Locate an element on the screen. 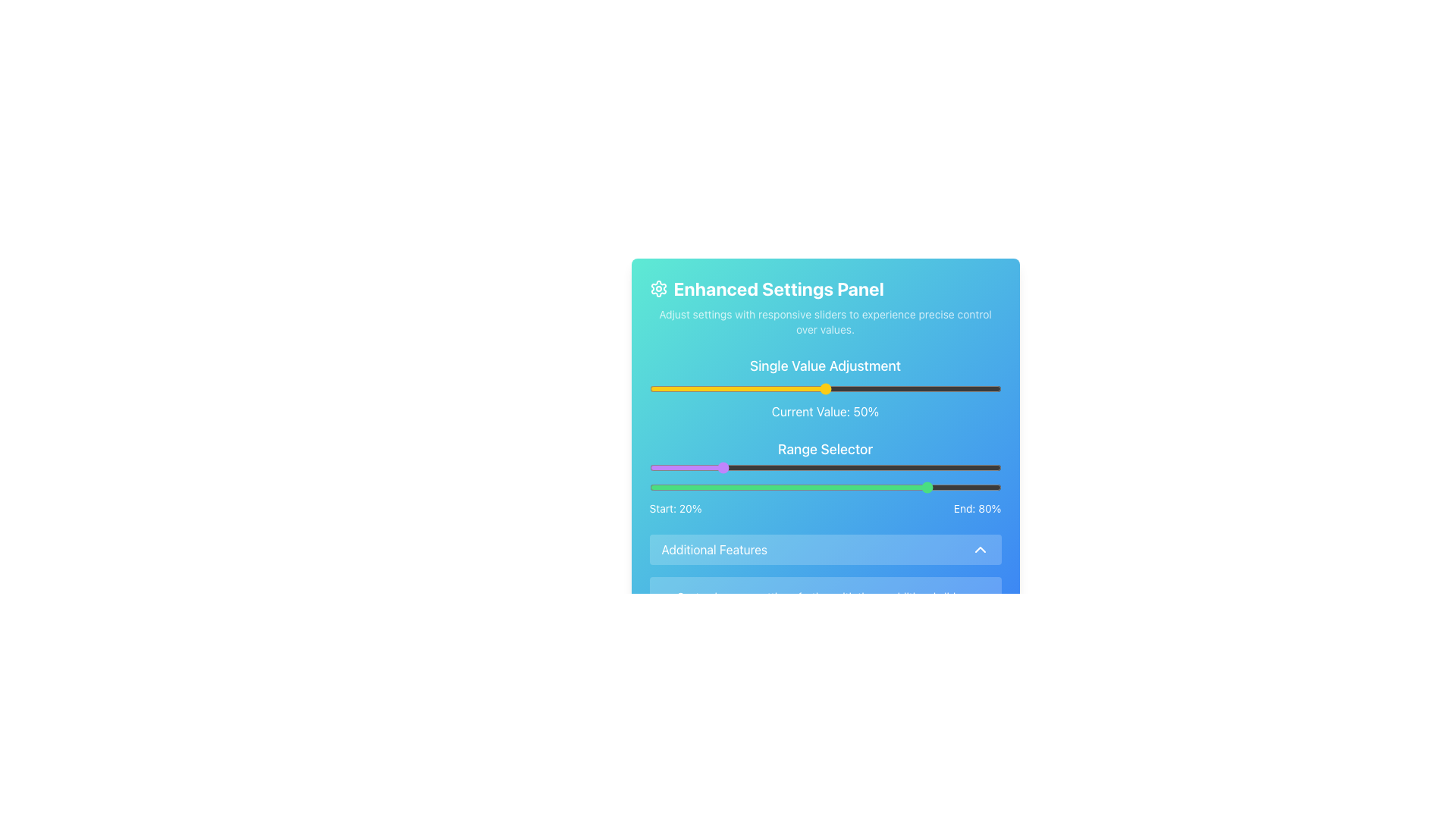 The image size is (1456, 819). text label displaying 'Single Value Adjustment', which is styled as a bold and larger font heading at the top of its section is located at coordinates (824, 366).